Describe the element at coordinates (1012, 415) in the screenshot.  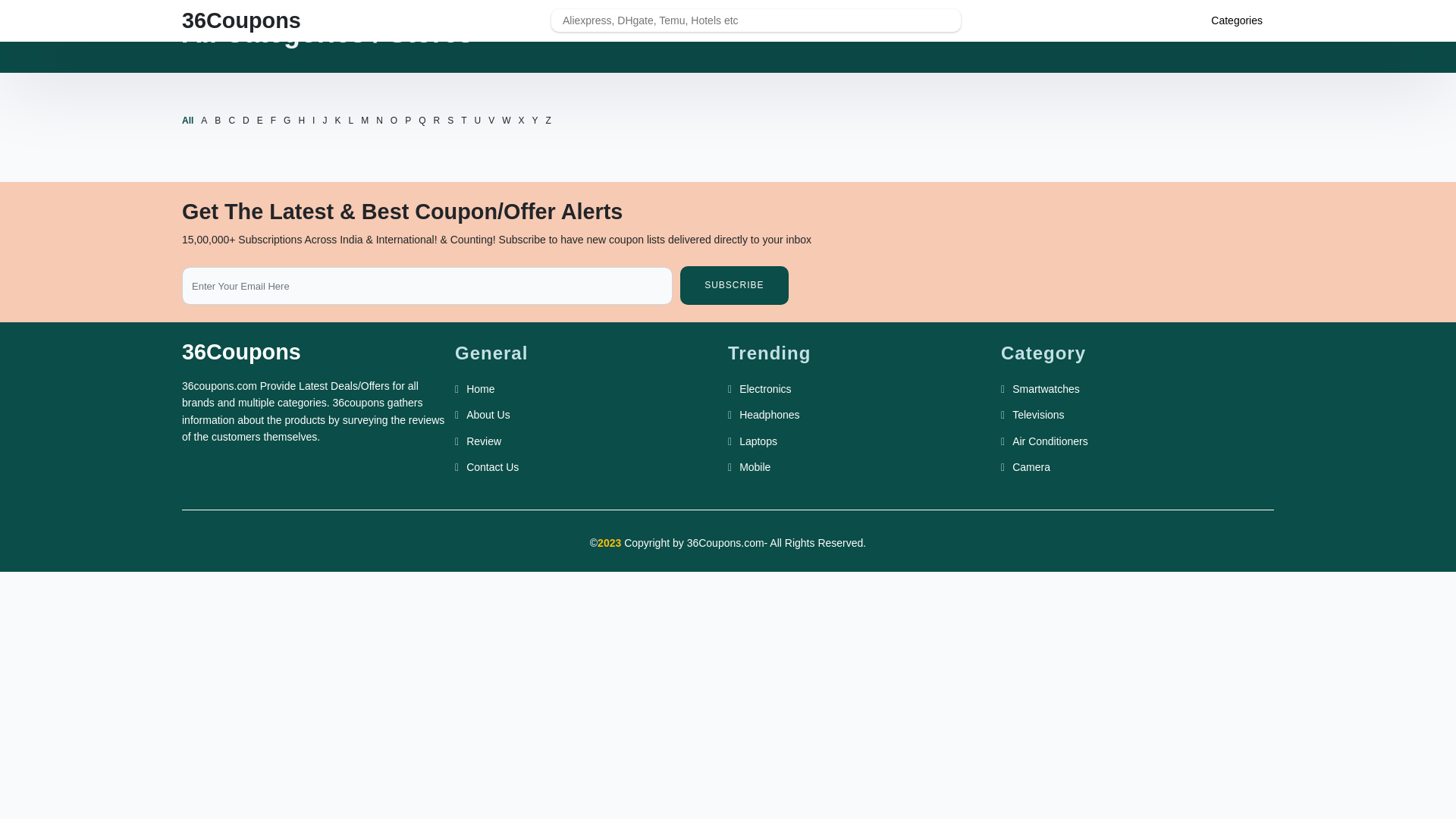
I see `'Televisions'` at that location.